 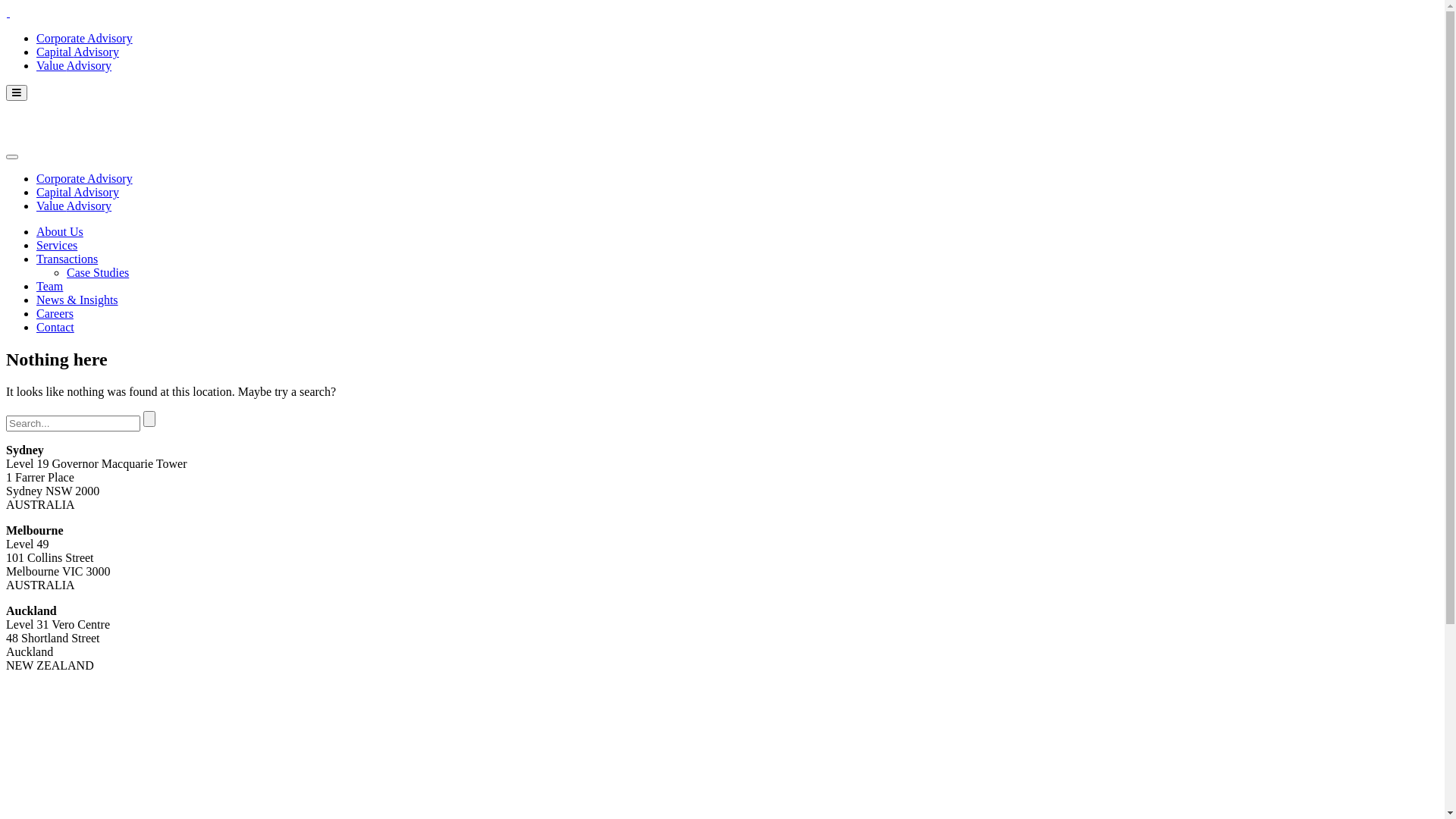 What do you see at coordinates (73, 206) in the screenshot?
I see `'Value Advisory'` at bounding box center [73, 206].